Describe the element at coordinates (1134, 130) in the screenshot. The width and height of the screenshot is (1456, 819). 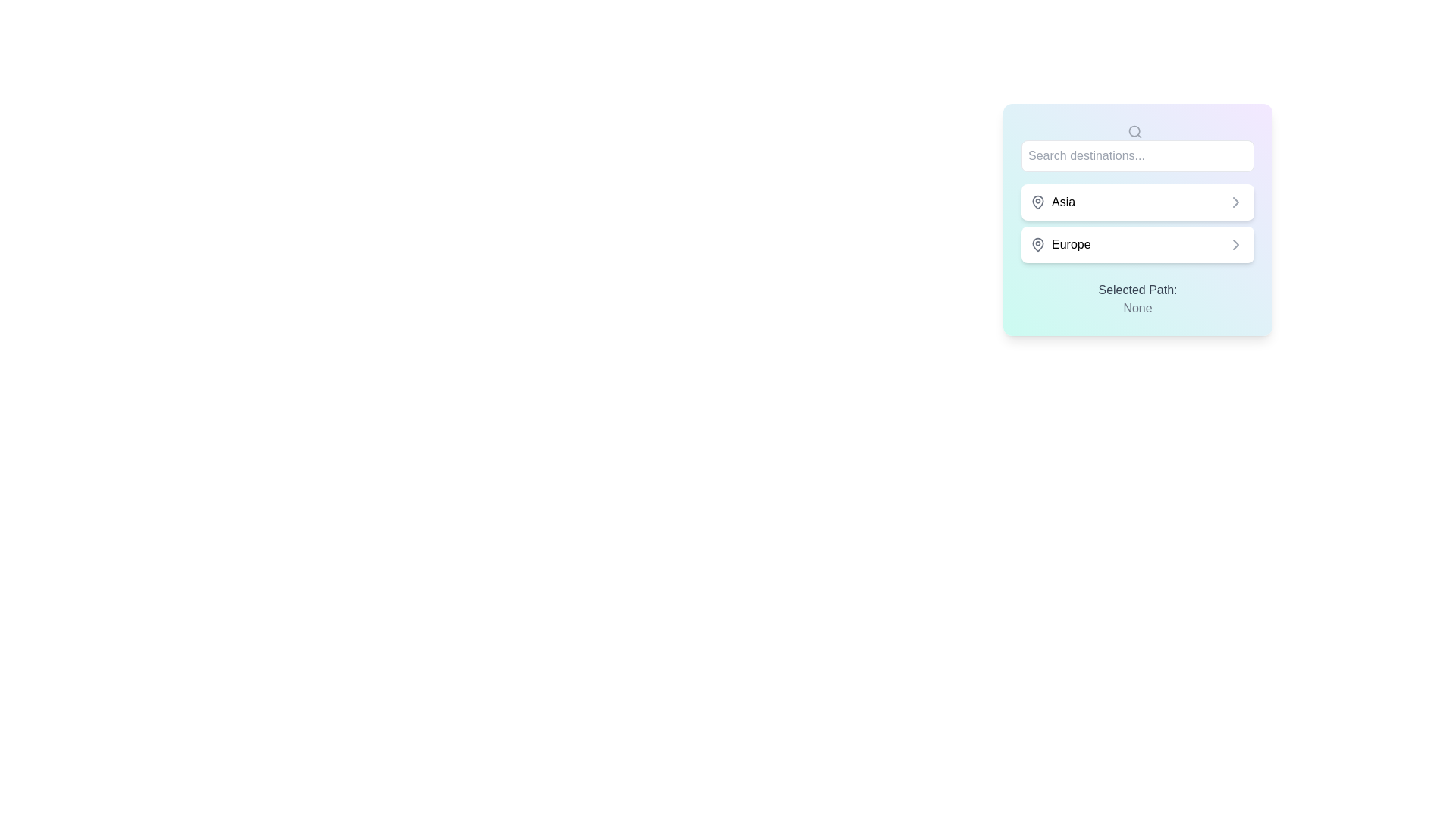
I see `the Magnifying Glass icon, which serves as a visual indicator for the search feature, located just above the text input field styled with rounded borders` at that location.